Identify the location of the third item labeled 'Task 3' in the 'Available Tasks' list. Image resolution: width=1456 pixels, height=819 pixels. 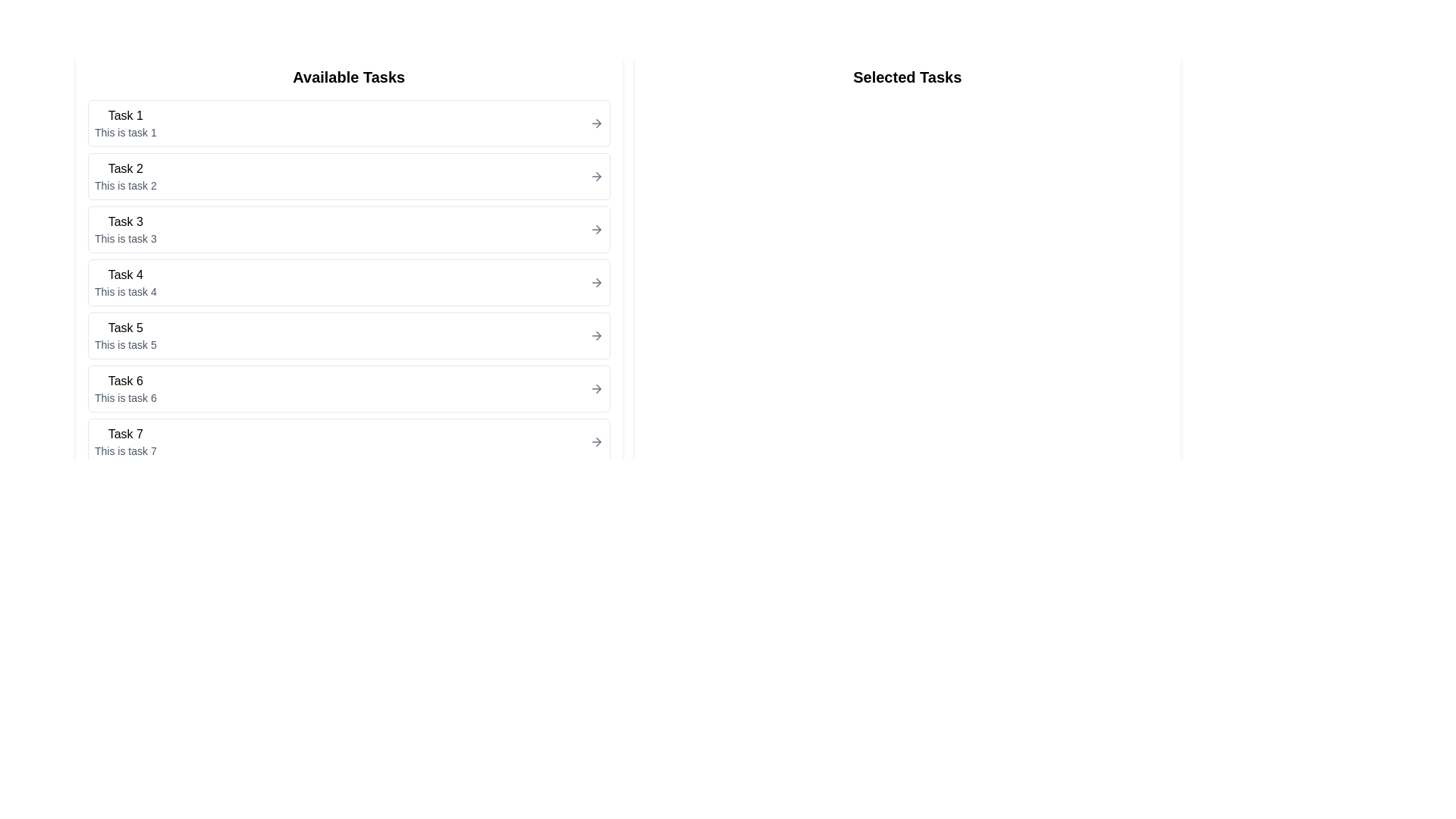
(125, 230).